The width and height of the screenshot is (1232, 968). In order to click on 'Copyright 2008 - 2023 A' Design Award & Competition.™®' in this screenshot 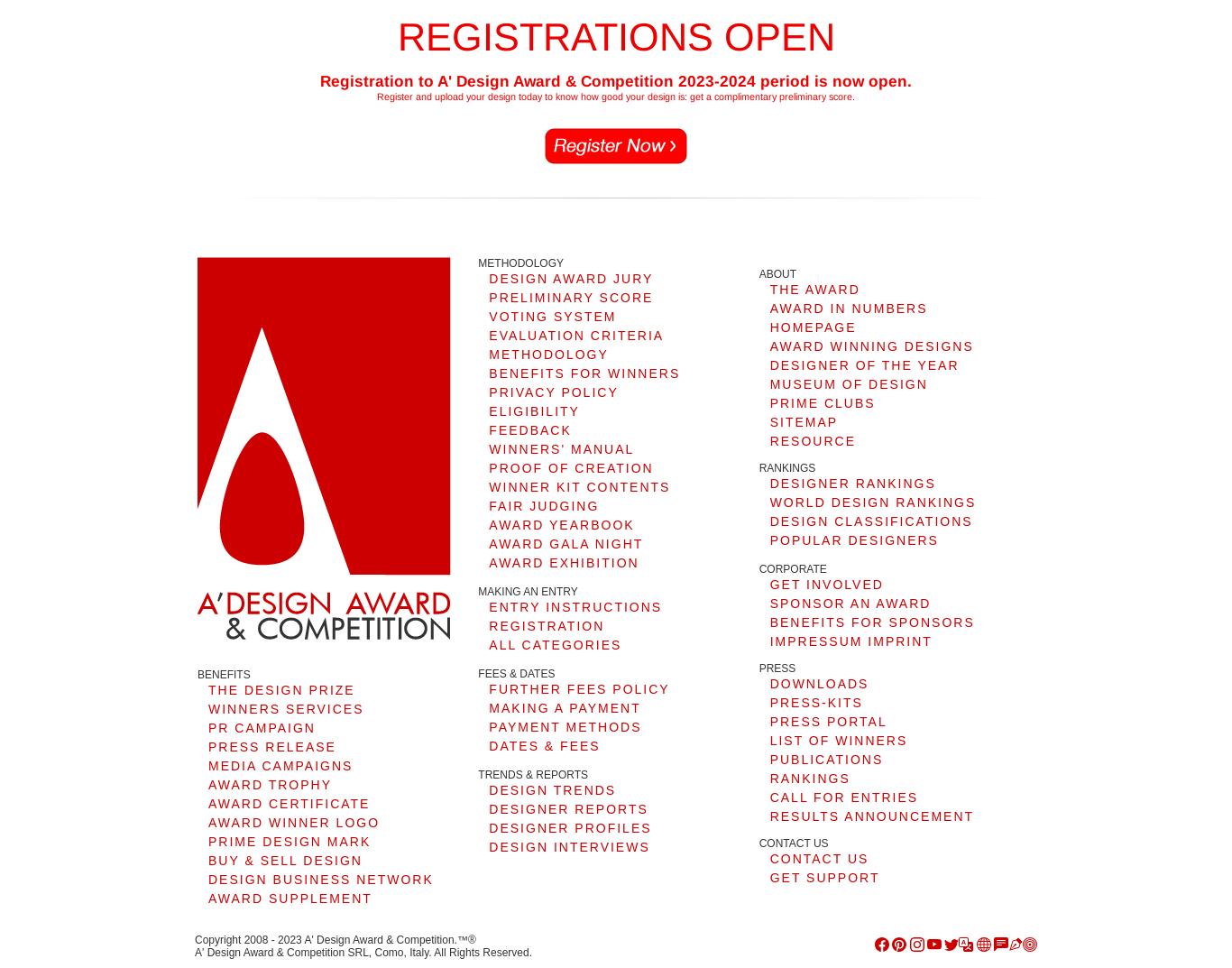, I will do `click(193, 939)`.